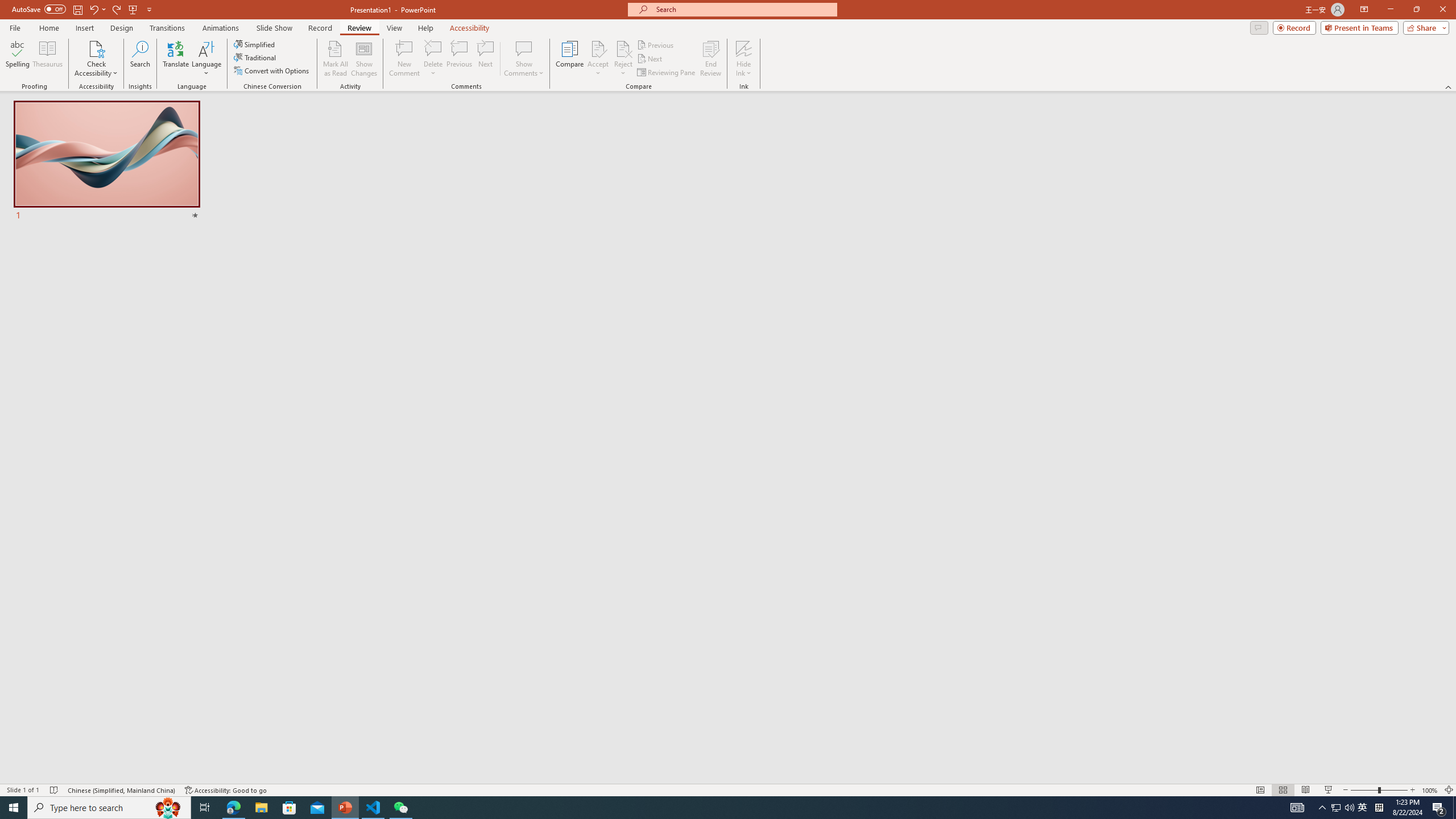 Image resolution: width=1456 pixels, height=819 pixels. What do you see at coordinates (710, 59) in the screenshot?
I see `'End Review'` at bounding box center [710, 59].